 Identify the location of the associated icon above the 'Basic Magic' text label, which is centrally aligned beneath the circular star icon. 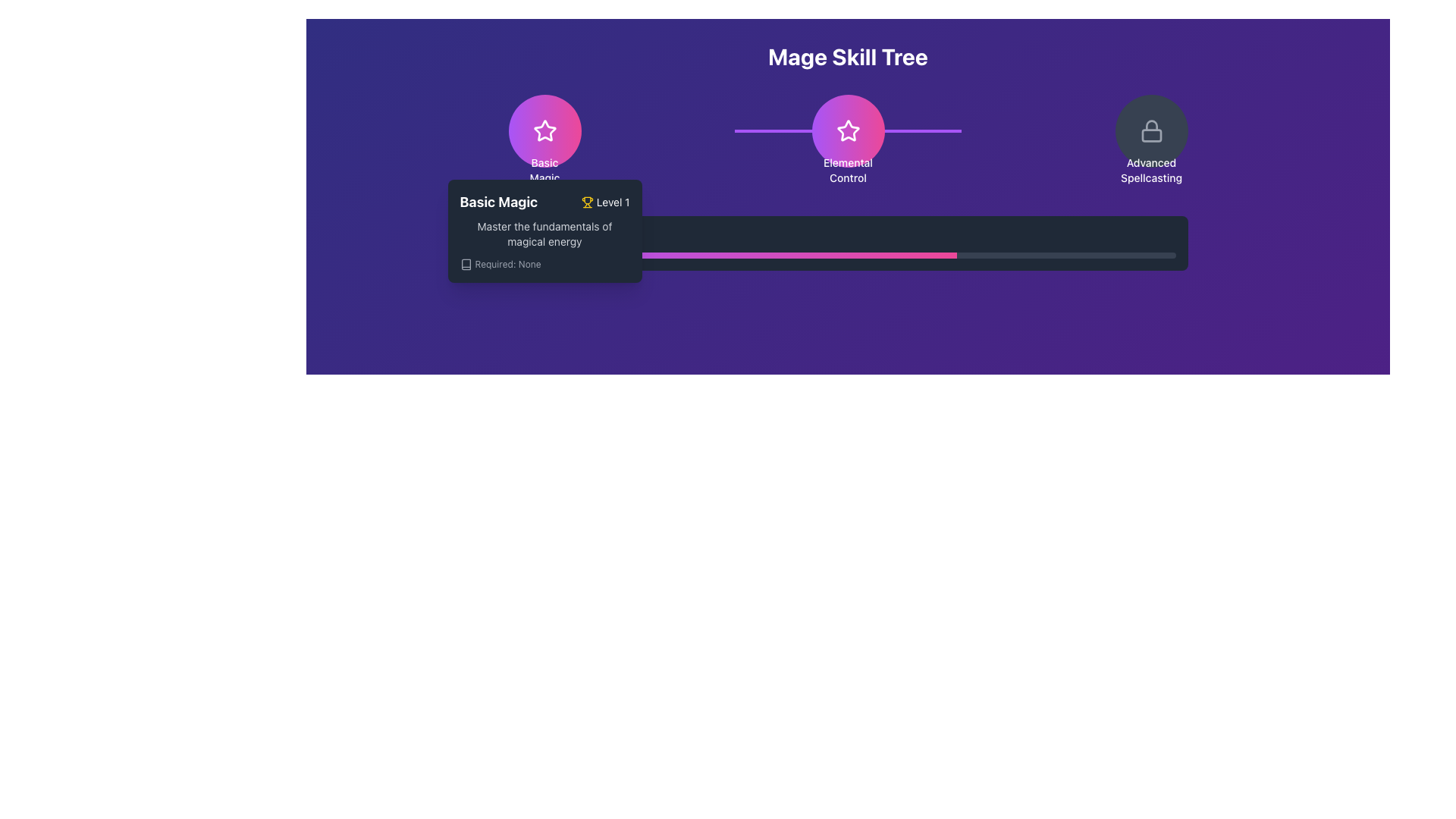
(544, 170).